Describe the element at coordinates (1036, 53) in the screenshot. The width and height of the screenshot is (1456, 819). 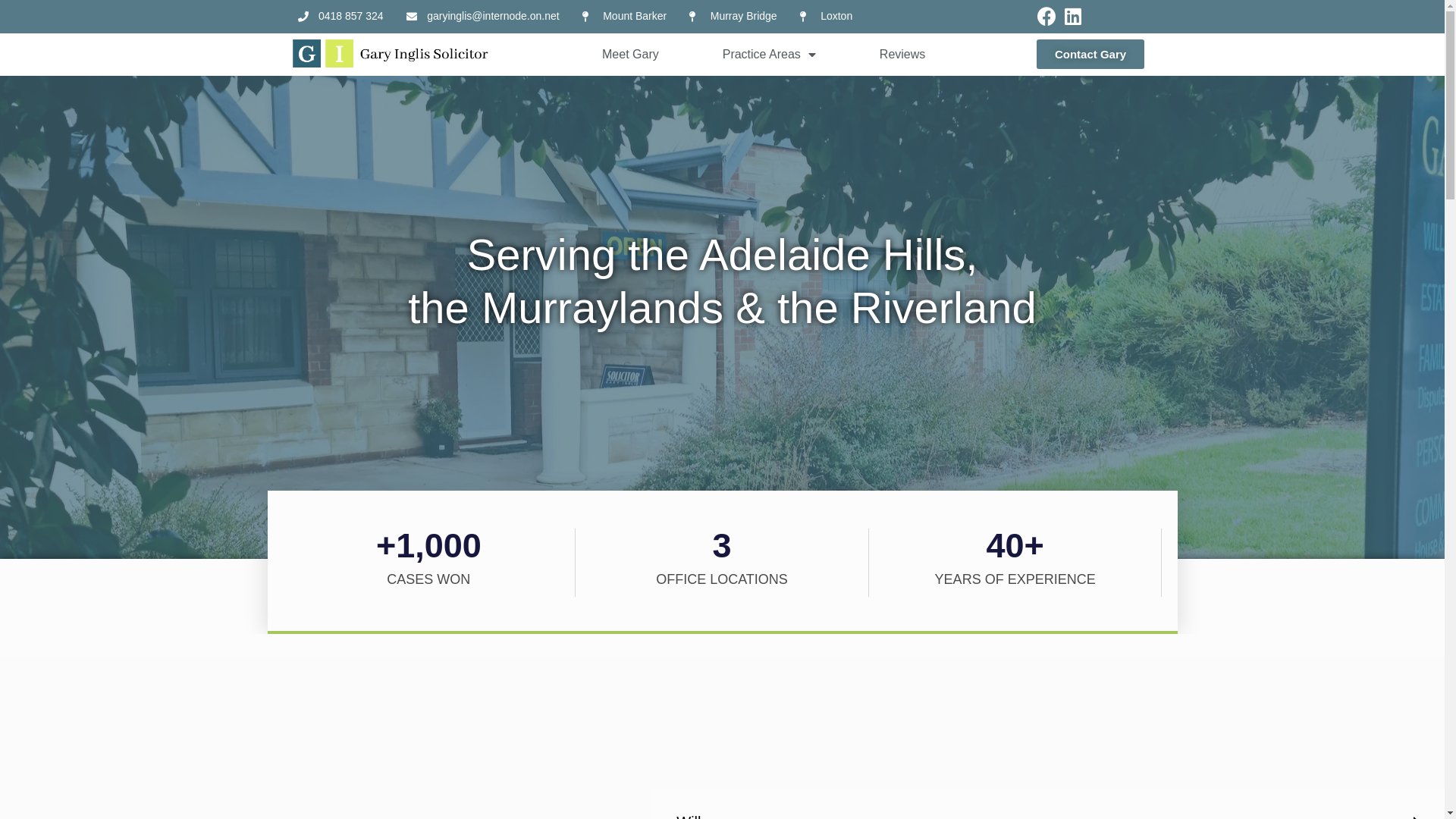
I see `'Contact Gary'` at that location.